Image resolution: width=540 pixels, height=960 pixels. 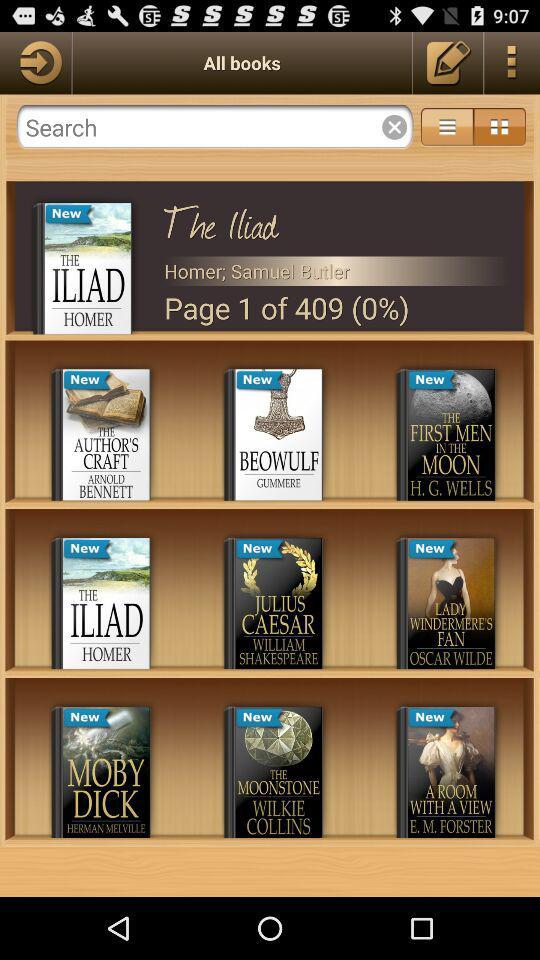 What do you see at coordinates (336, 270) in the screenshot?
I see `item below the iliad icon` at bounding box center [336, 270].